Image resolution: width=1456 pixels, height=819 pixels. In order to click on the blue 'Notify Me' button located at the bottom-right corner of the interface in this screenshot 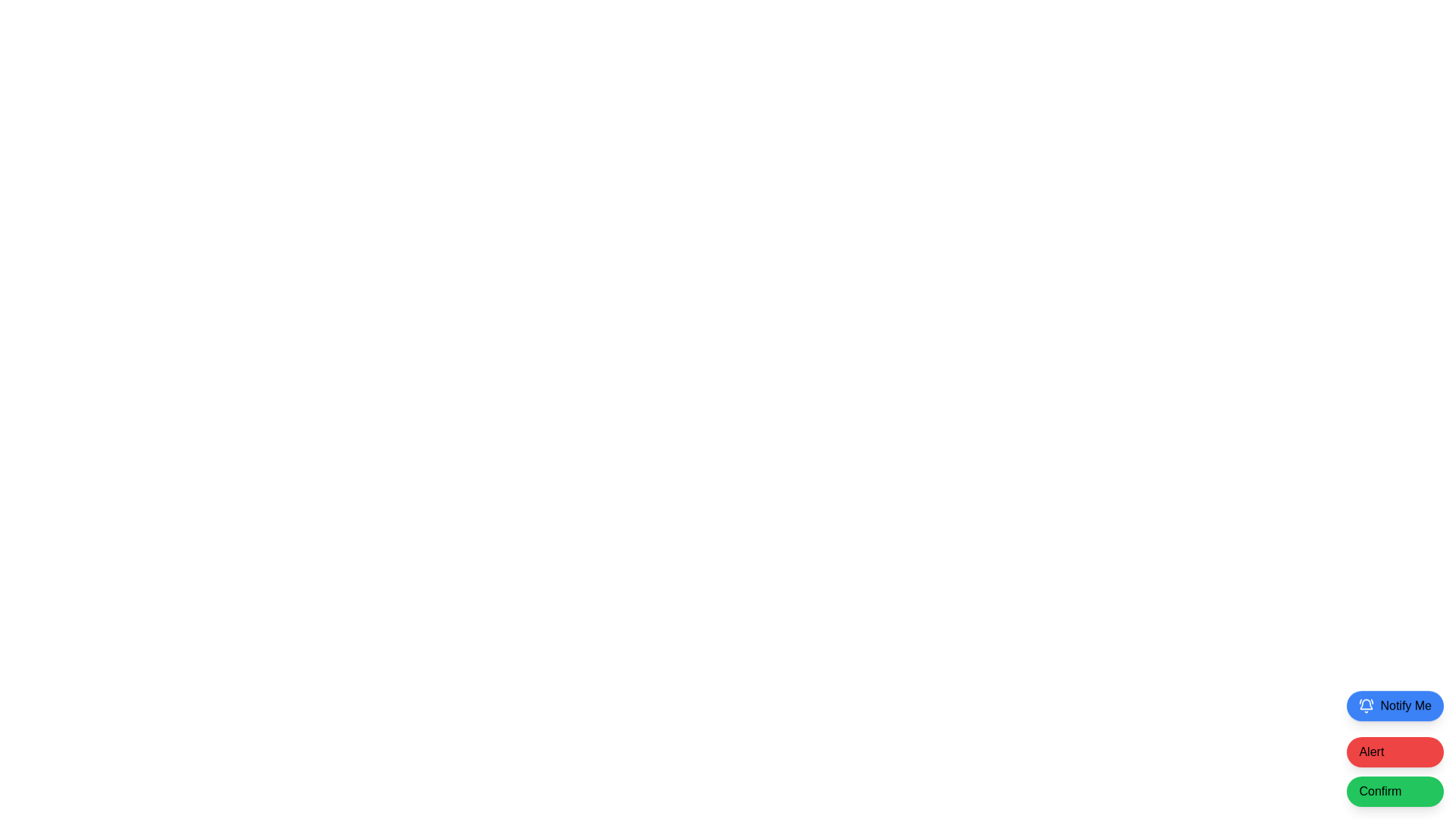, I will do `click(1395, 710)`.